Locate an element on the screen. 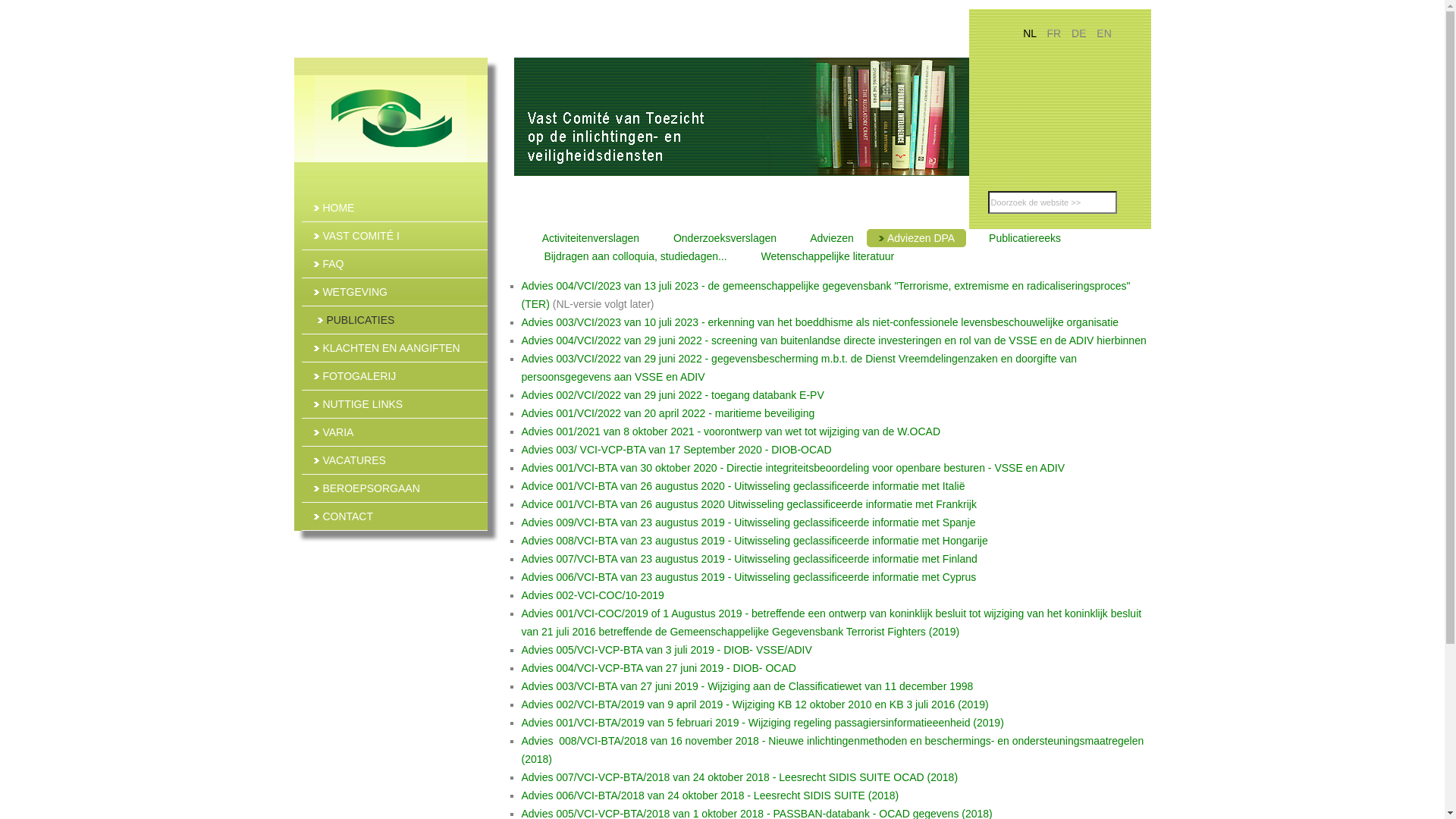 The height and width of the screenshot is (819, 1456). 'Wetenschappelijke literatuur' is located at coordinates (739, 256).